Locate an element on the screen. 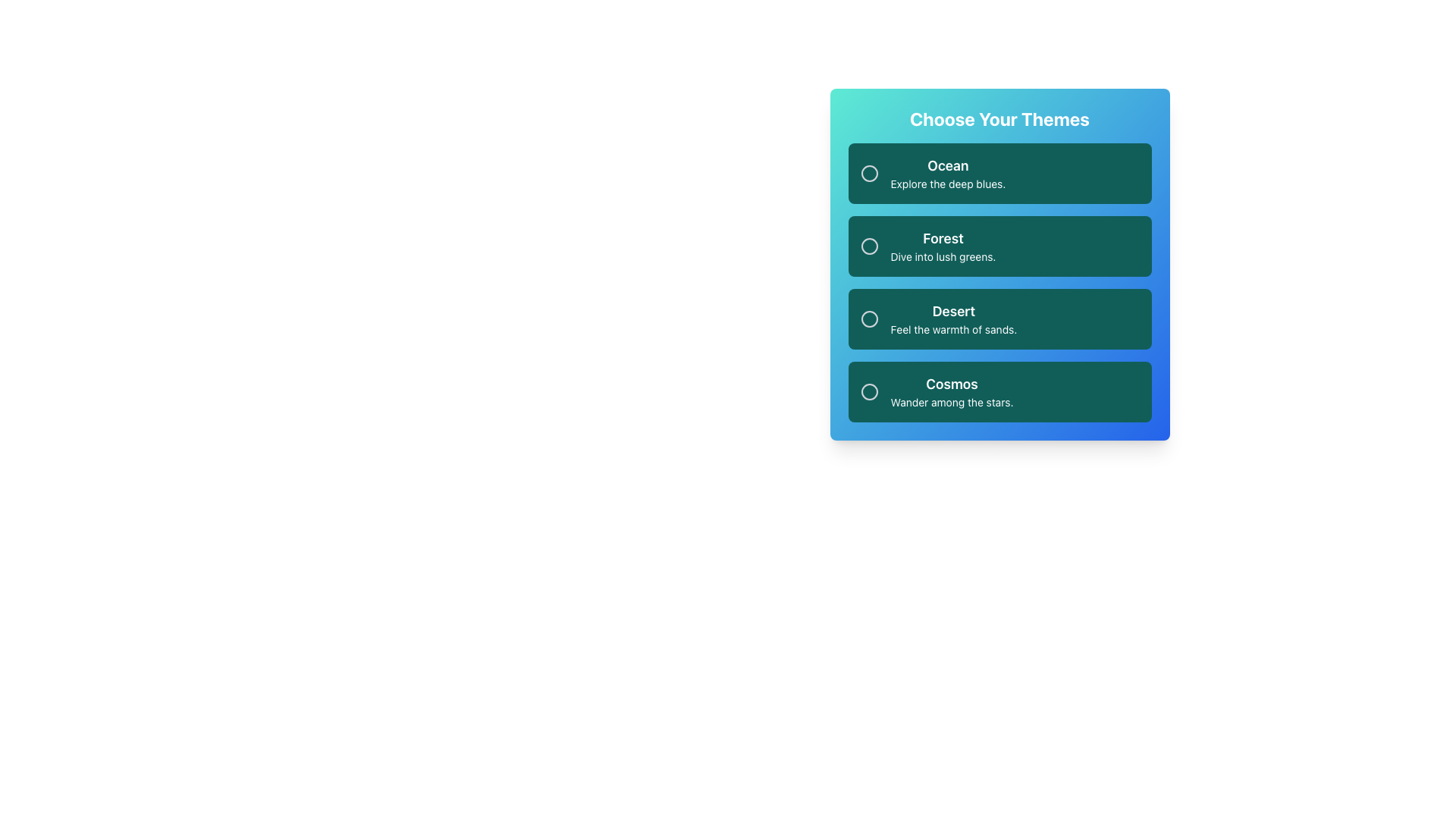 This screenshot has width=1456, height=819. the text label that says 'Choose Your Themes', which is styled in bold and positioned at the top of a gradient background card is located at coordinates (999, 118).